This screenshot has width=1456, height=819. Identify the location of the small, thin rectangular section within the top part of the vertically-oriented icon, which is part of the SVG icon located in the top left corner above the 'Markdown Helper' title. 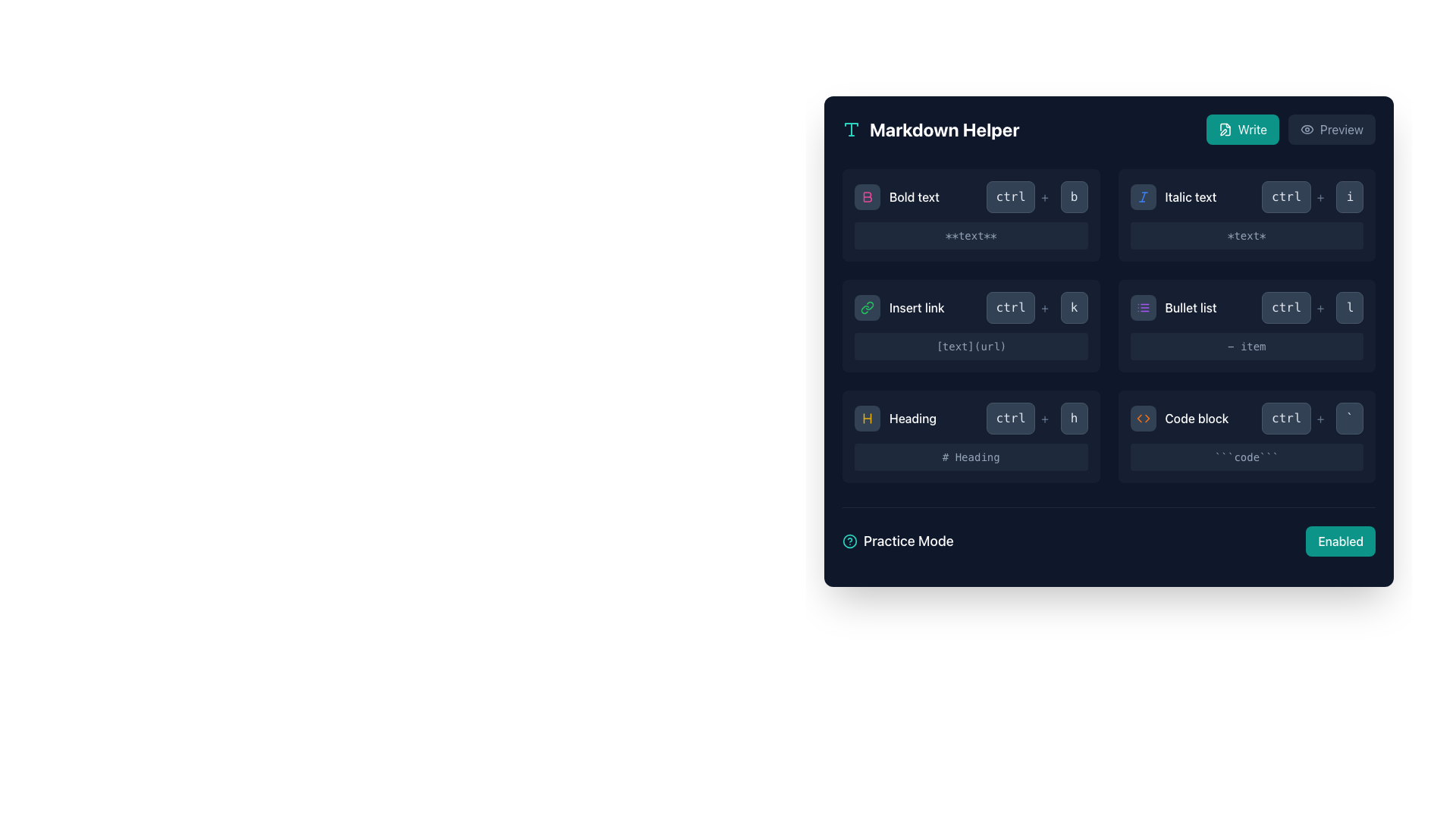
(852, 124).